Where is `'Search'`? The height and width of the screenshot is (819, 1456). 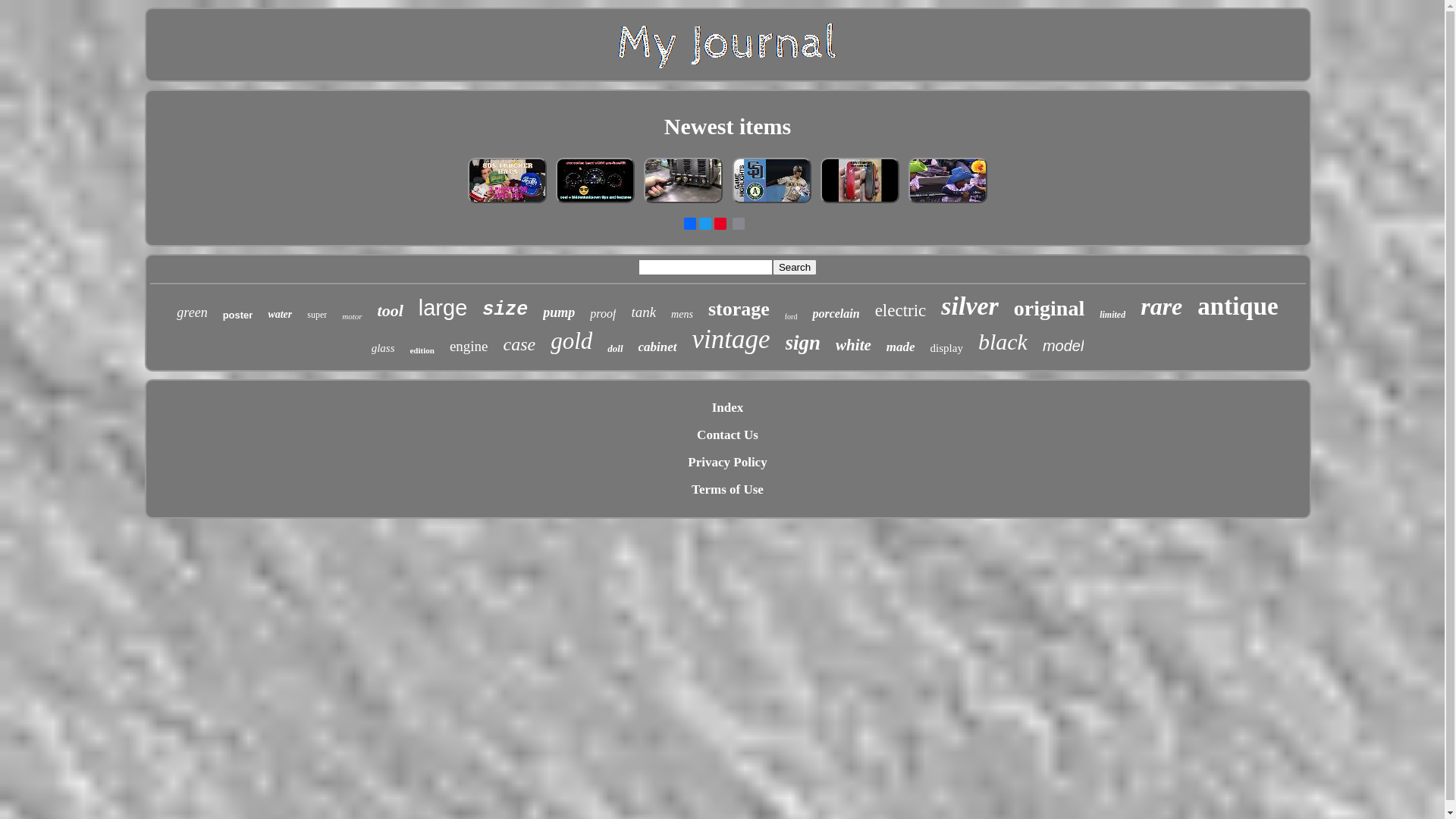
'Search' is located at coordinates (793, 266).